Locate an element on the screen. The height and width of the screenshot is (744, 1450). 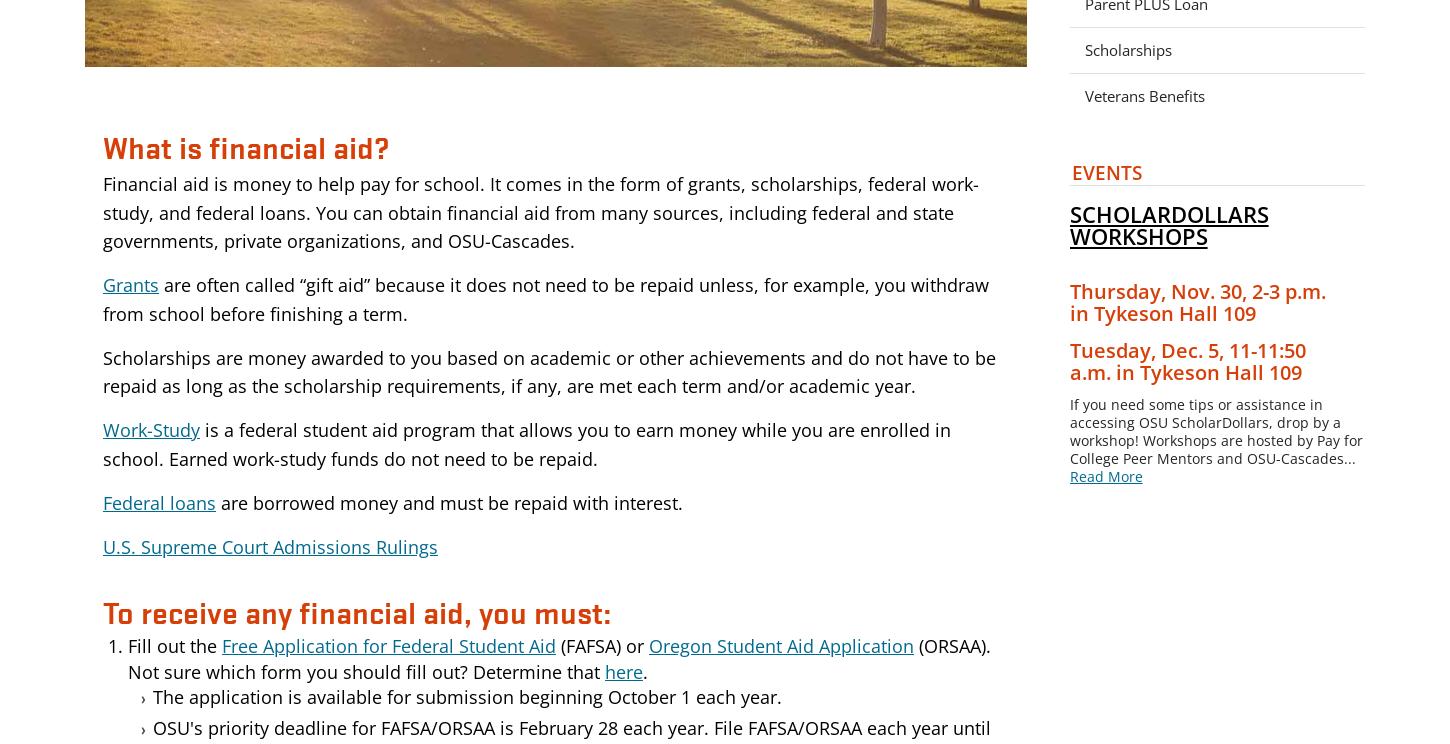
'Veterans Benefits' is located at coordinates (1143, 94).